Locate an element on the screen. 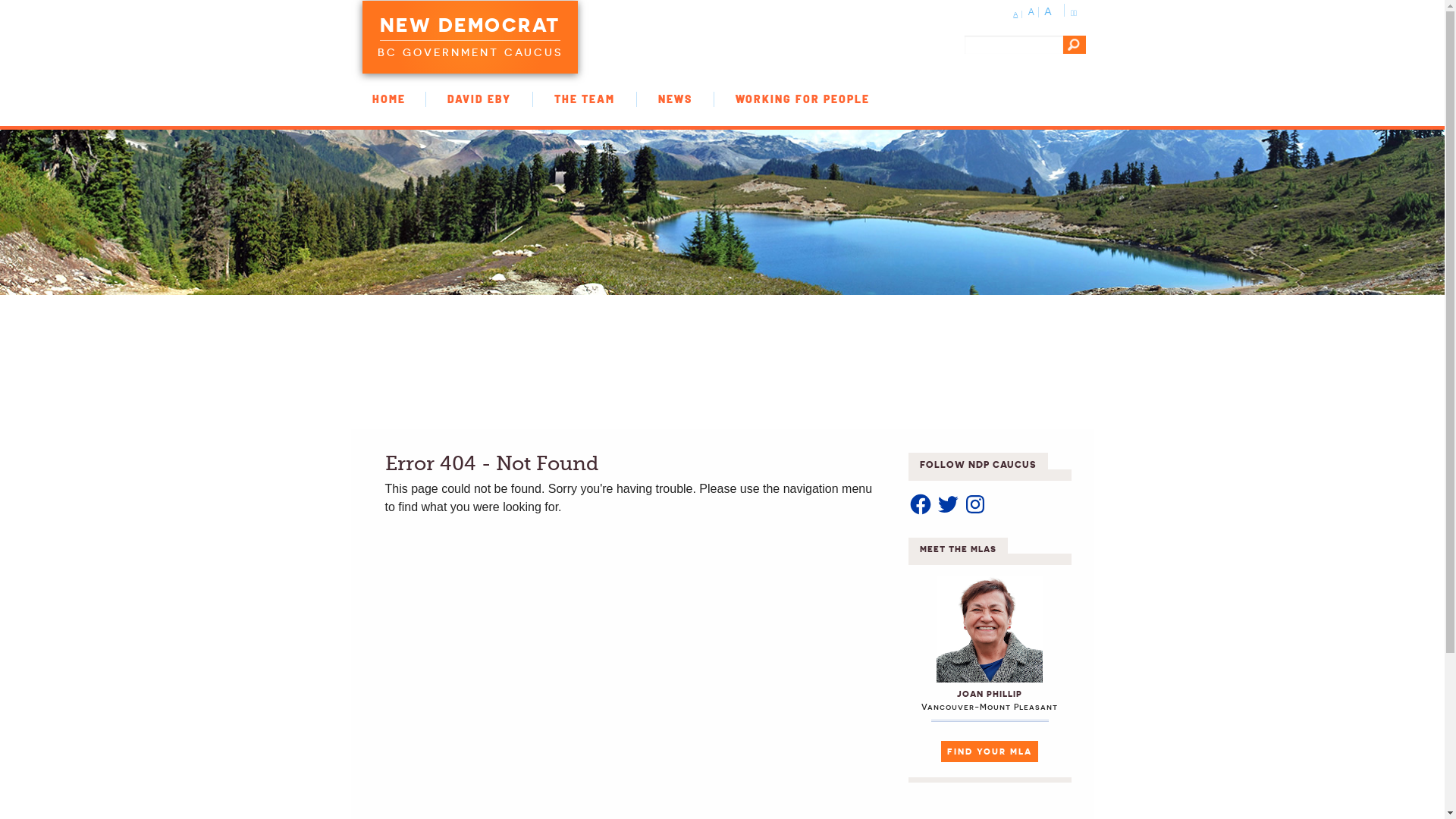 The height and width of the screenshot is (819, 1456). 'Twitter' is located at coordinates (946, 504).